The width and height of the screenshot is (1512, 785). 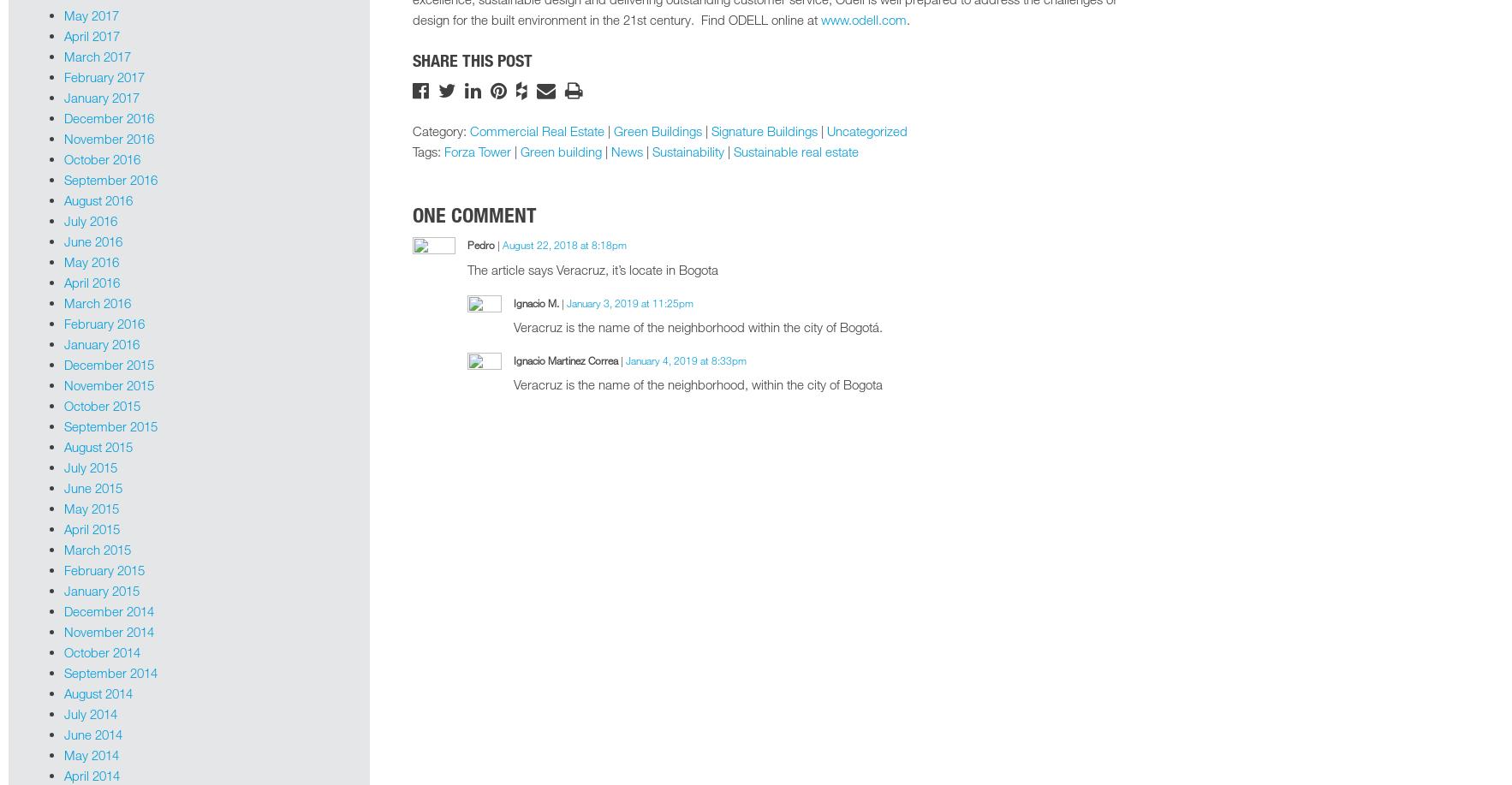 I want to click on 'April 2014', so click(x=91, y=773).